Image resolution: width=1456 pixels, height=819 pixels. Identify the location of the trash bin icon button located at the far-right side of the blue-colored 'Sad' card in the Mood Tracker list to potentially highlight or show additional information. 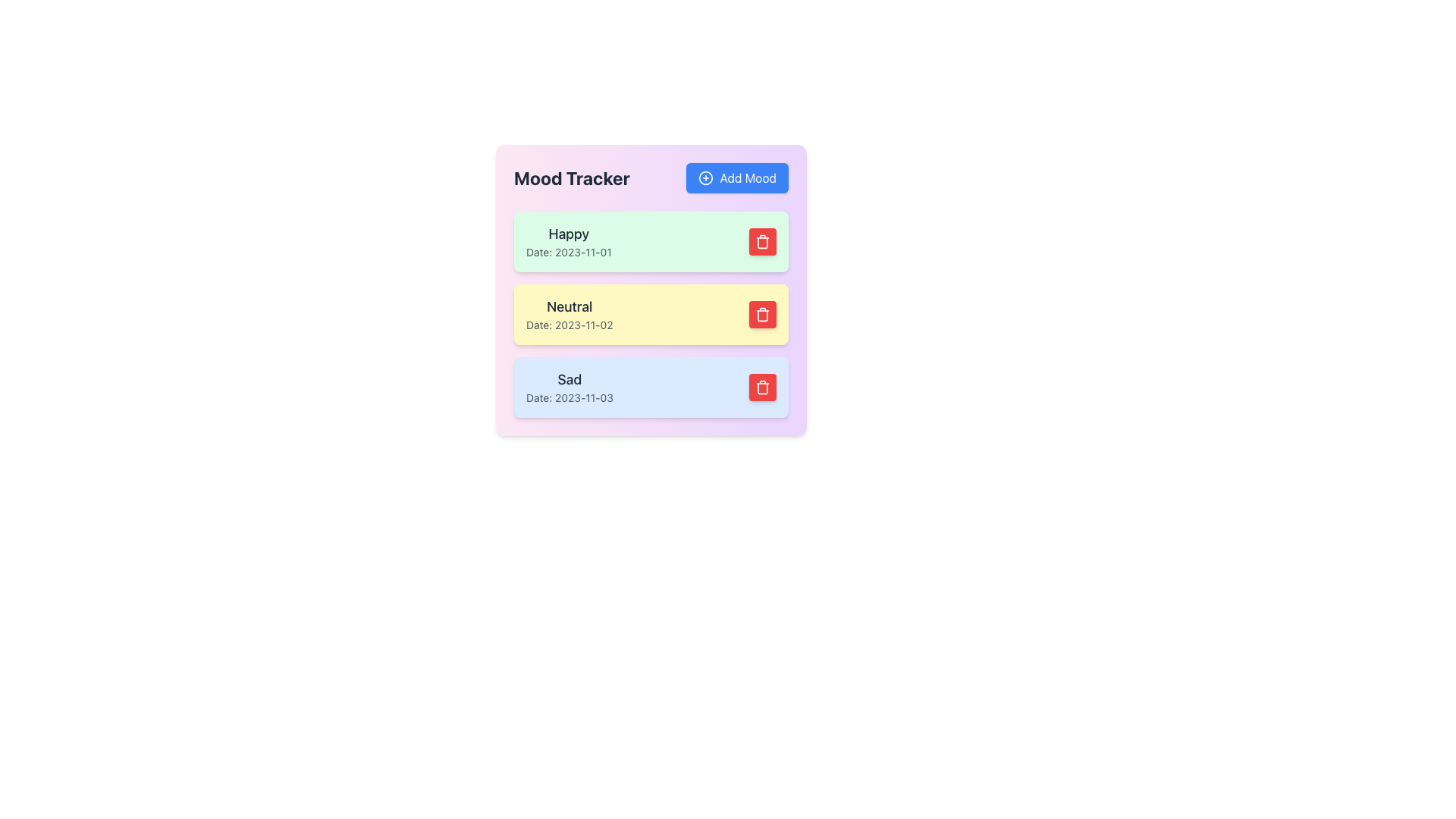
(763, 386).